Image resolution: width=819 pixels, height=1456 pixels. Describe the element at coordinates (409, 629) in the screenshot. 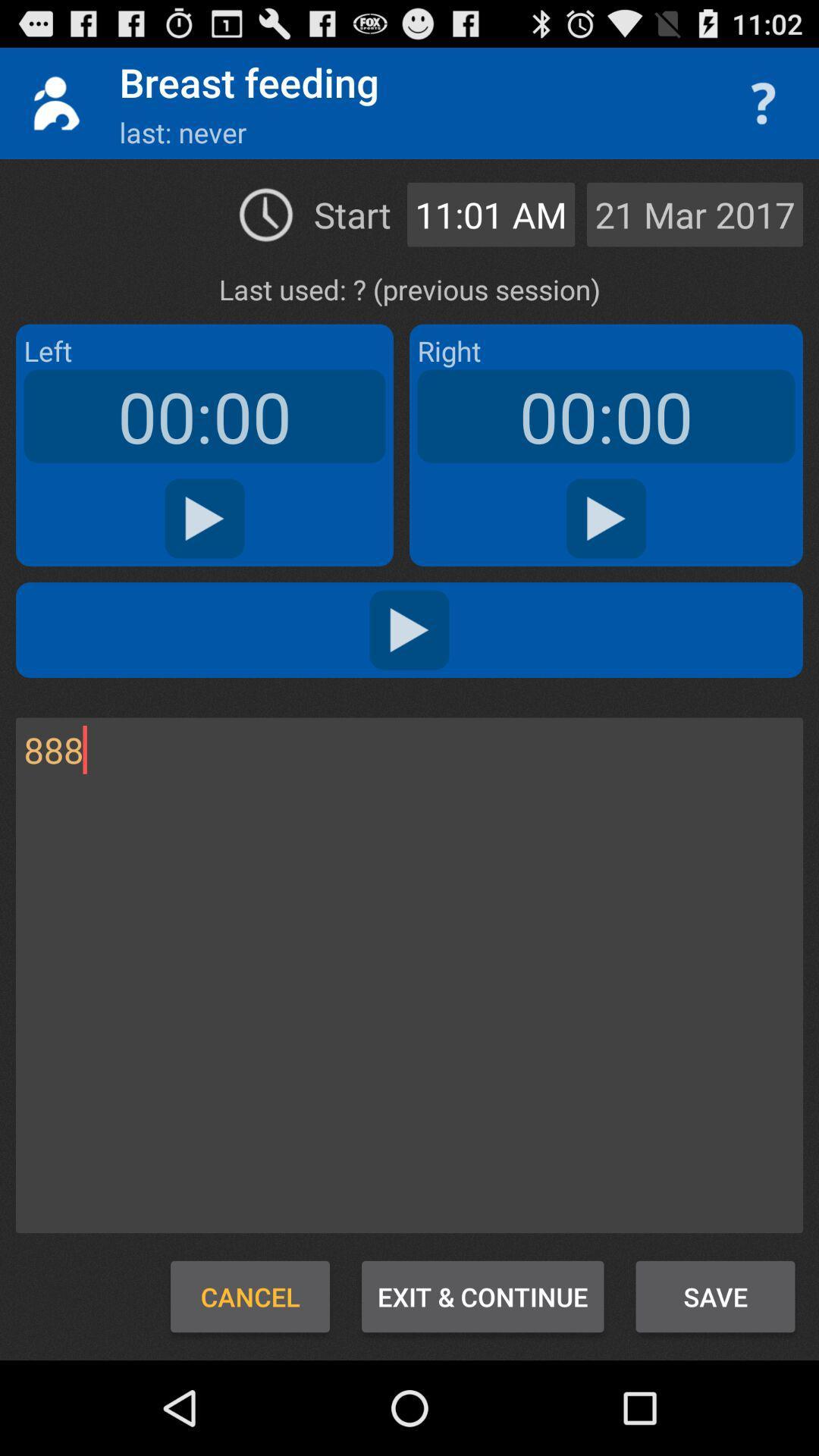

I see `left and right` at that location.